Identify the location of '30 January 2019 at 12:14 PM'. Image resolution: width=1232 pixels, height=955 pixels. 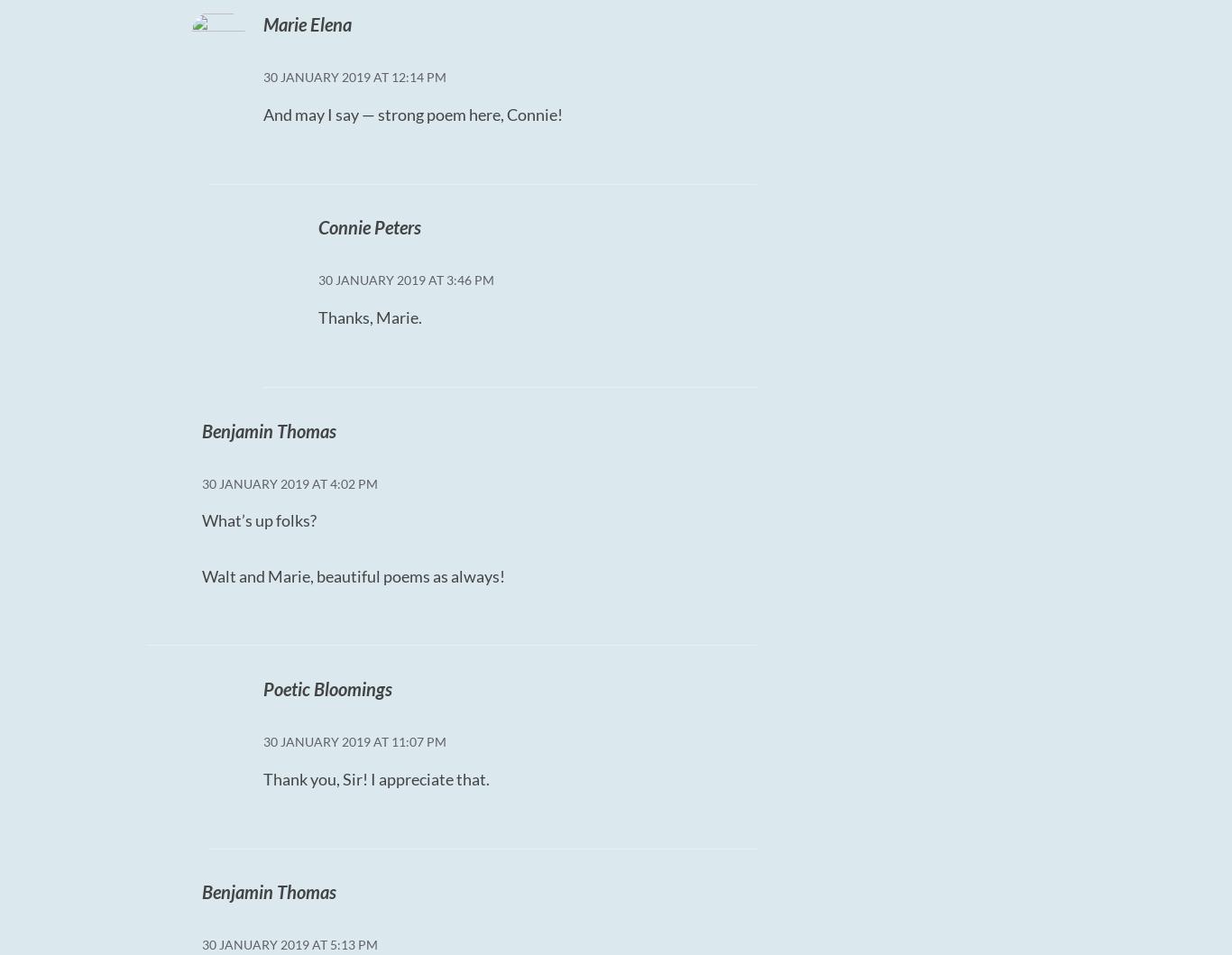
(353, 77).